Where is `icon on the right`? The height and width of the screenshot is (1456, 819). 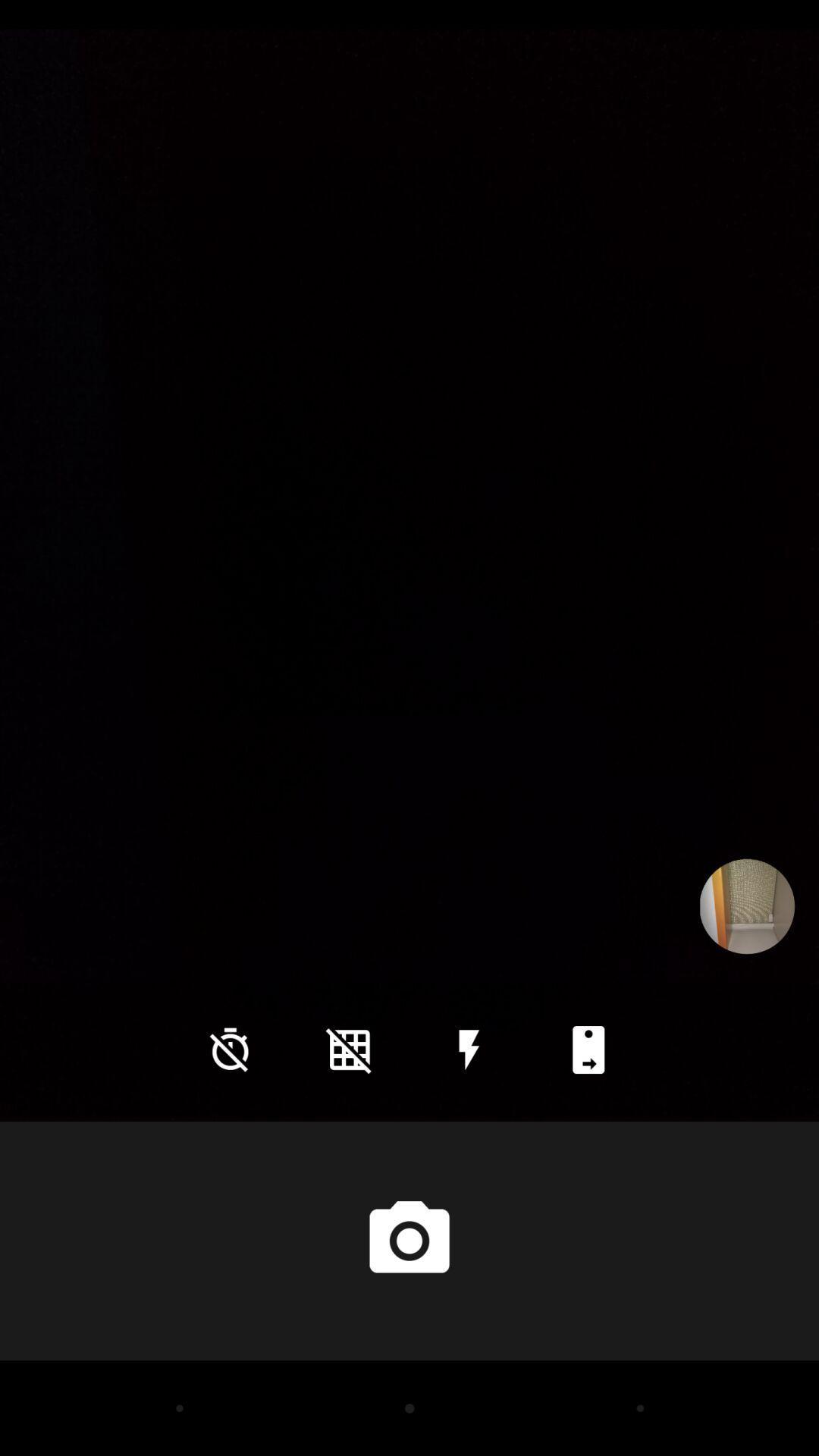
icon on the right is located at coordinates (746, 906).